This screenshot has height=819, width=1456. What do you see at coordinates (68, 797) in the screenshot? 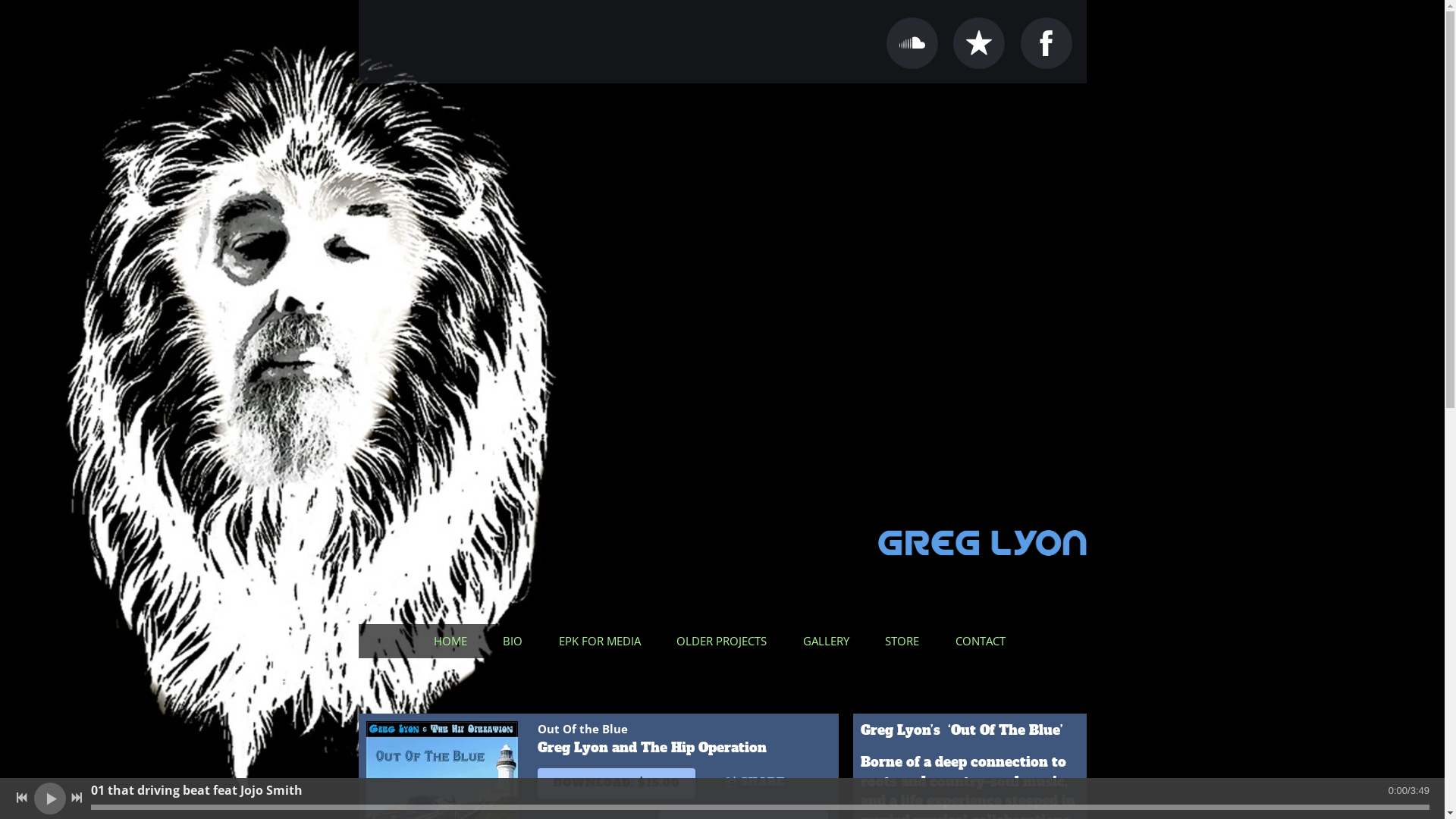
I see `'Next track'` at bounding box center [68, 797].